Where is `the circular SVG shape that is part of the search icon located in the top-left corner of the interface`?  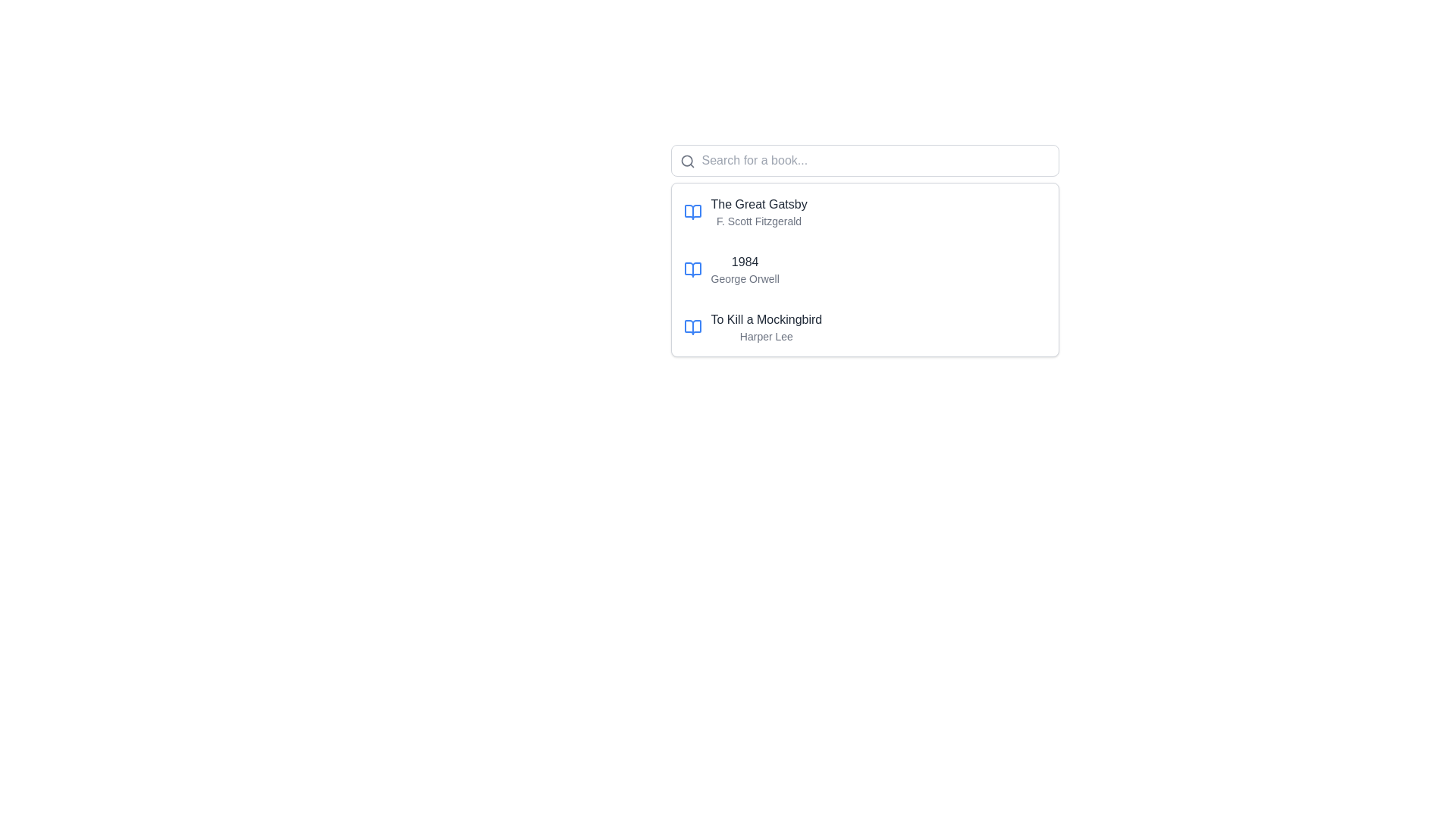 the circular SVG shape that is part of the search icon located in the top-left corner of the interface is located at coordinates (686, 161).